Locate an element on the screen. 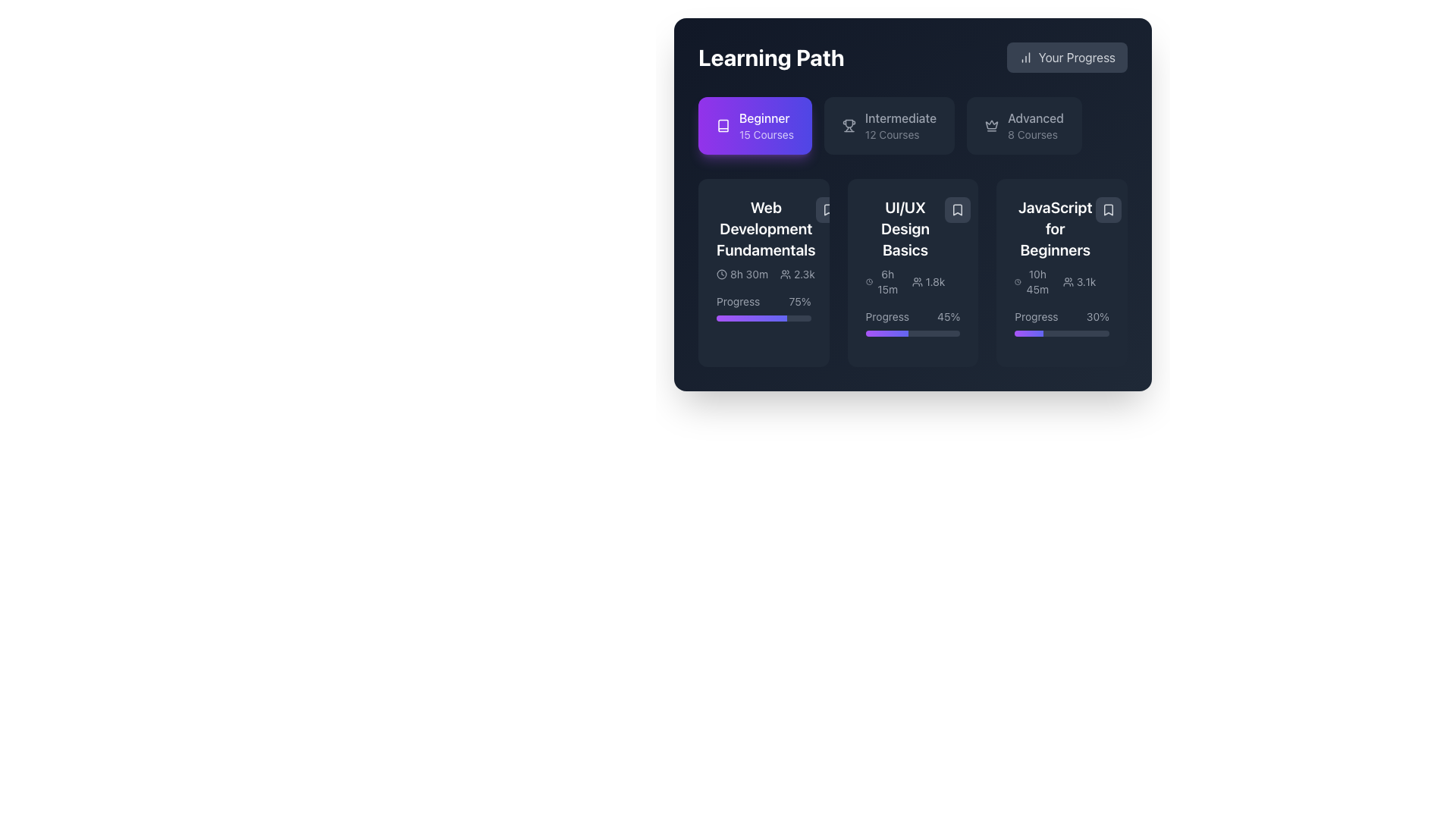 Image resolution: width=1456 pixels, height=819 pixels. the progress is located at coordinates (726, 318).